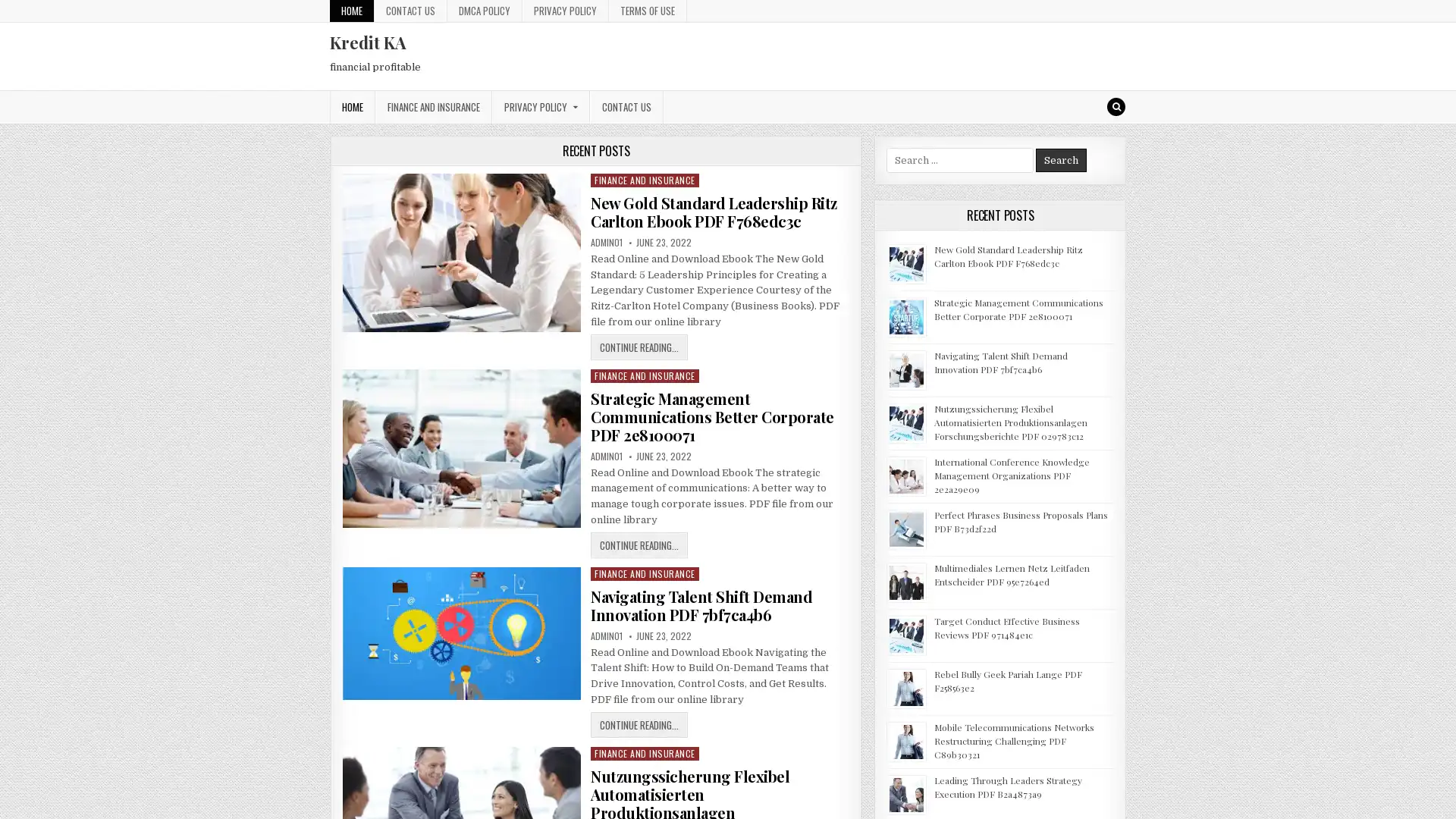  I want to click on Search, so click(1060, 160).